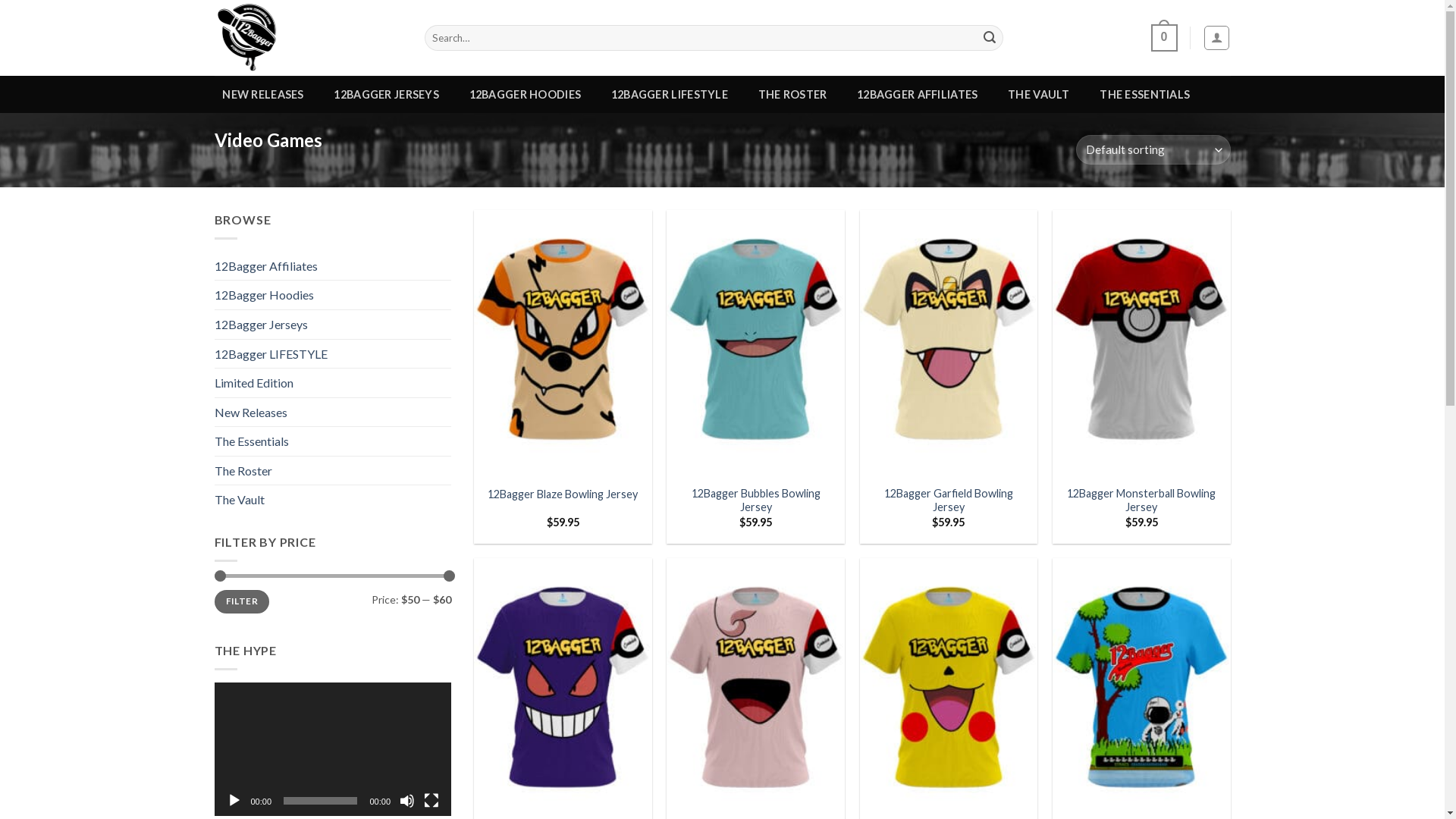 The height and width of the screenshot is (819, 1456). What do you see at coordinates (755, 500) in the screenshot?
I see `'12Bagger Bubbles Bowling Jersey'` at bounding box center [755, 500].